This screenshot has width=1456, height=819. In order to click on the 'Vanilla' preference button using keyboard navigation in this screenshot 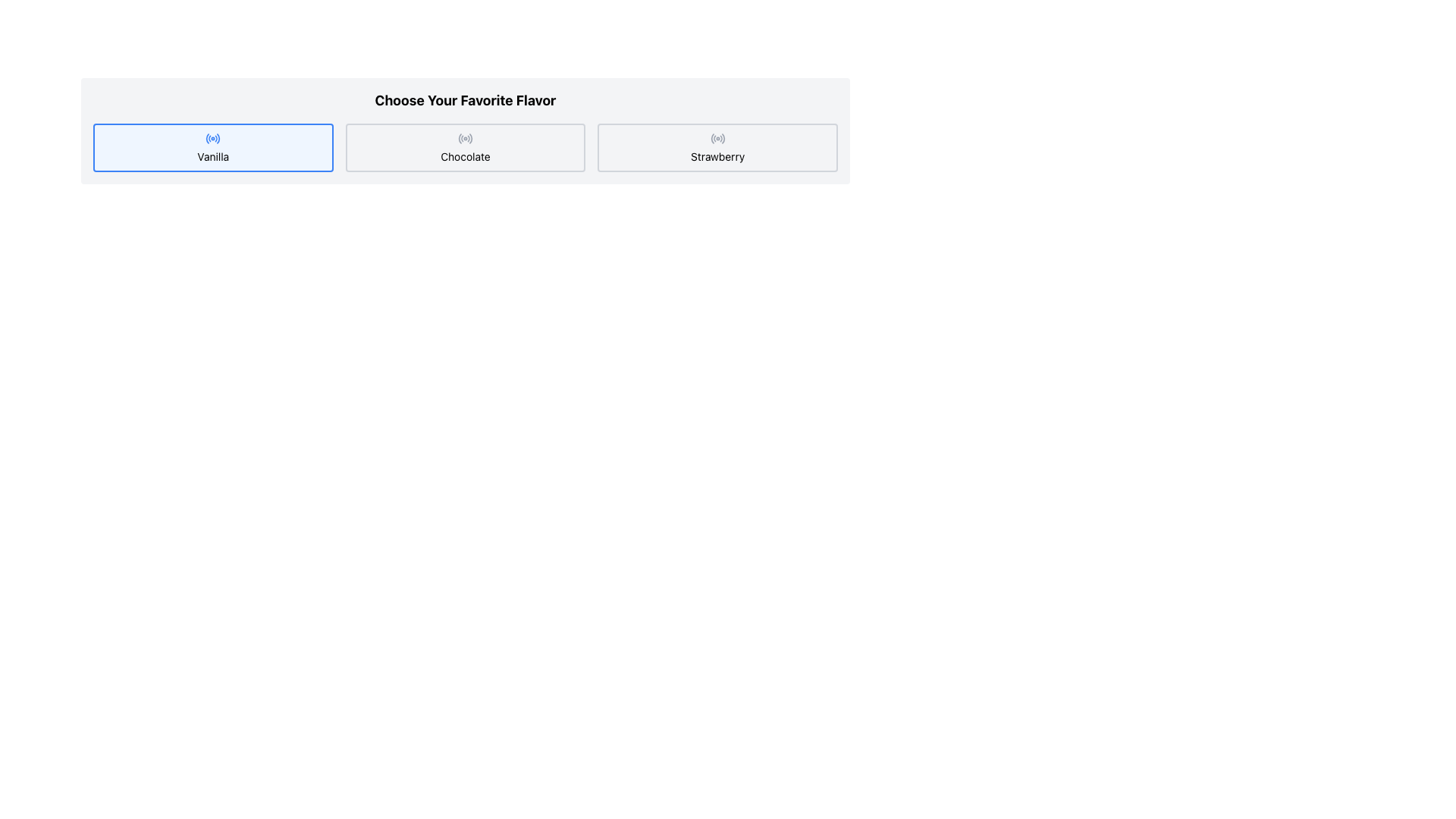, I will do `click(212, 148)`.